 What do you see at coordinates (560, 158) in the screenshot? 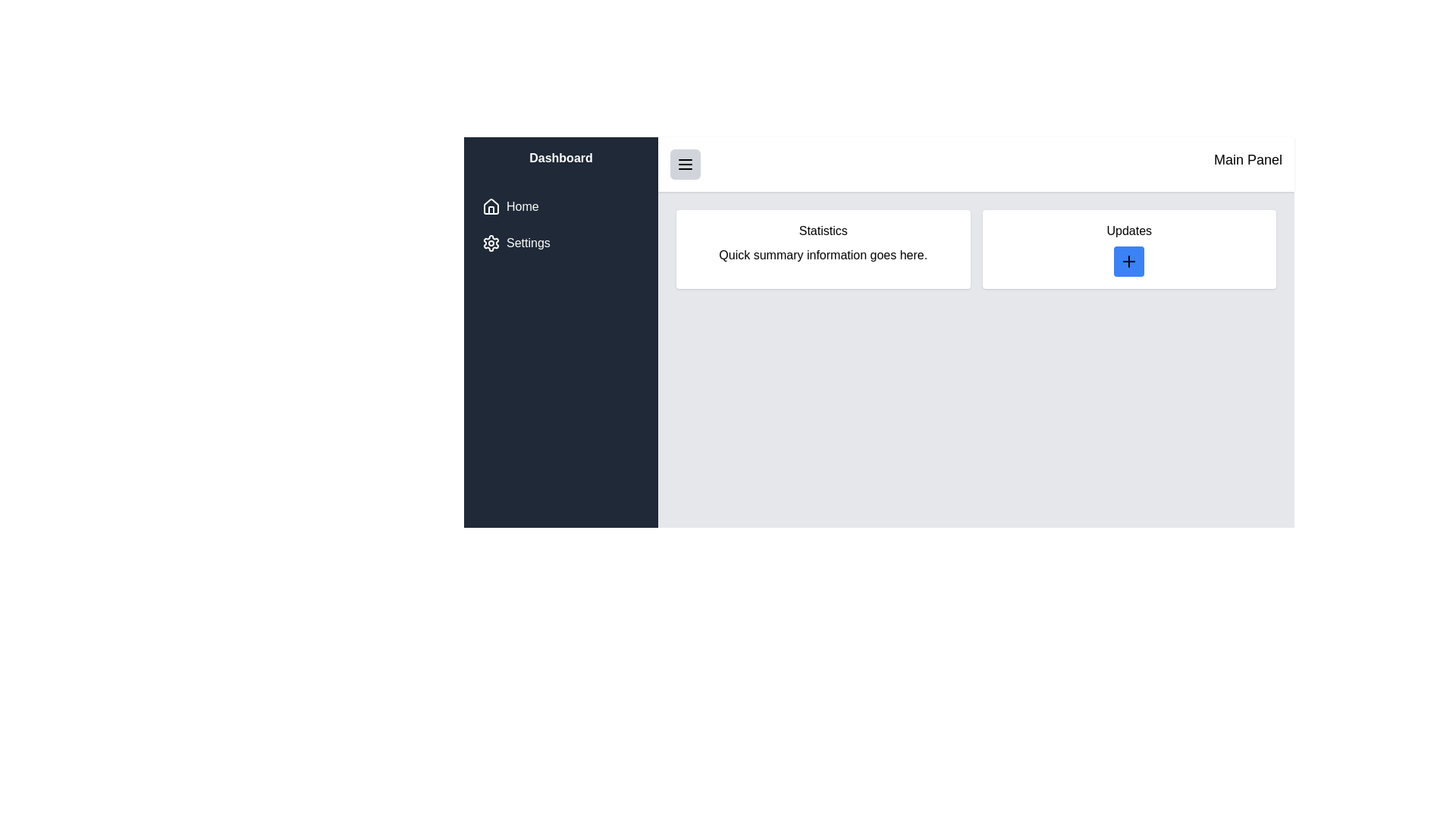
I see `the static label representing the title or heading of the sidebar, which is located at the top of the left-aligned vertical sidebar` at bounding box center [560, 158].